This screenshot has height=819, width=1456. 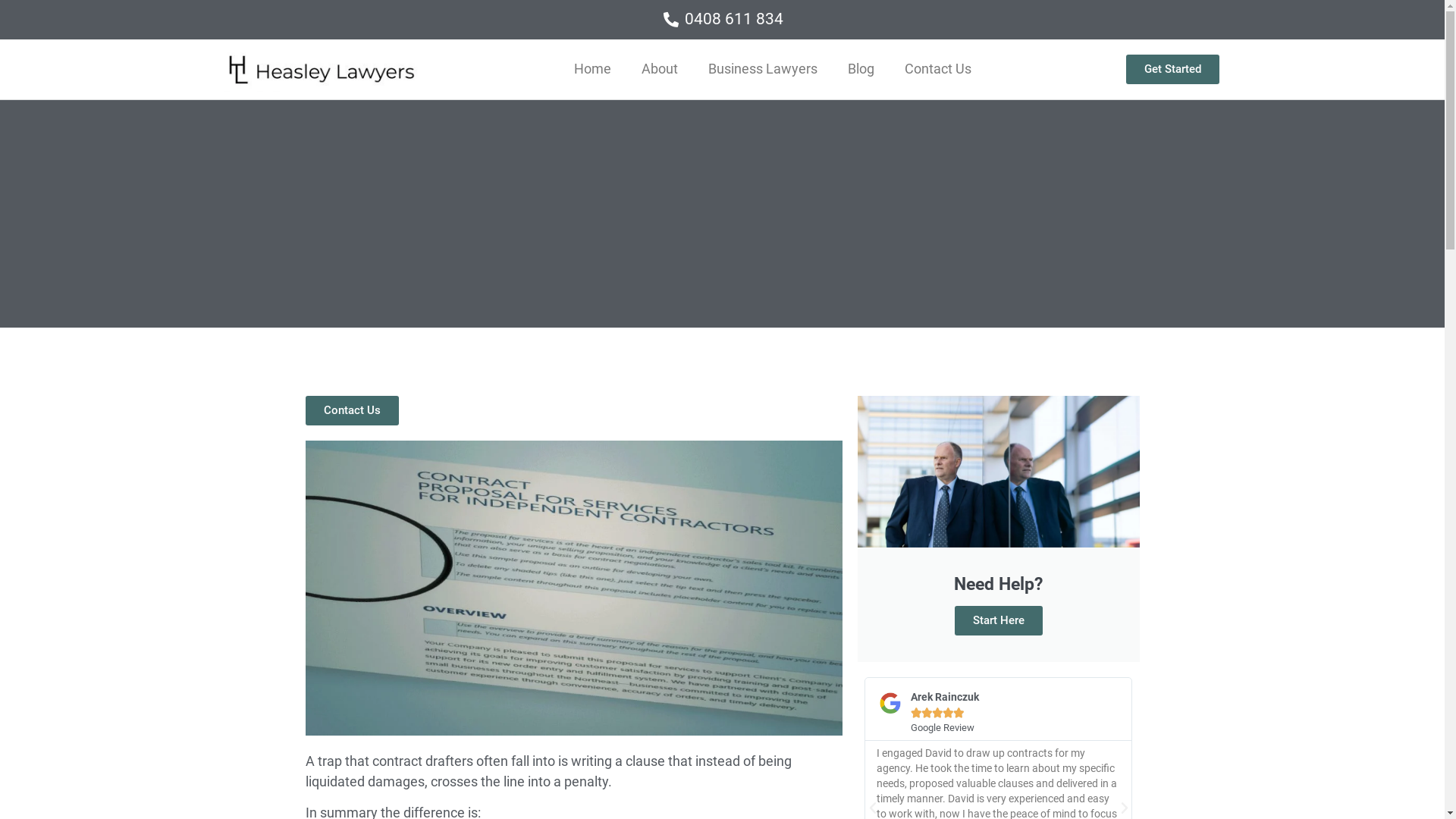 I want to click on 'Get Started', so click(x=1172, y=69).